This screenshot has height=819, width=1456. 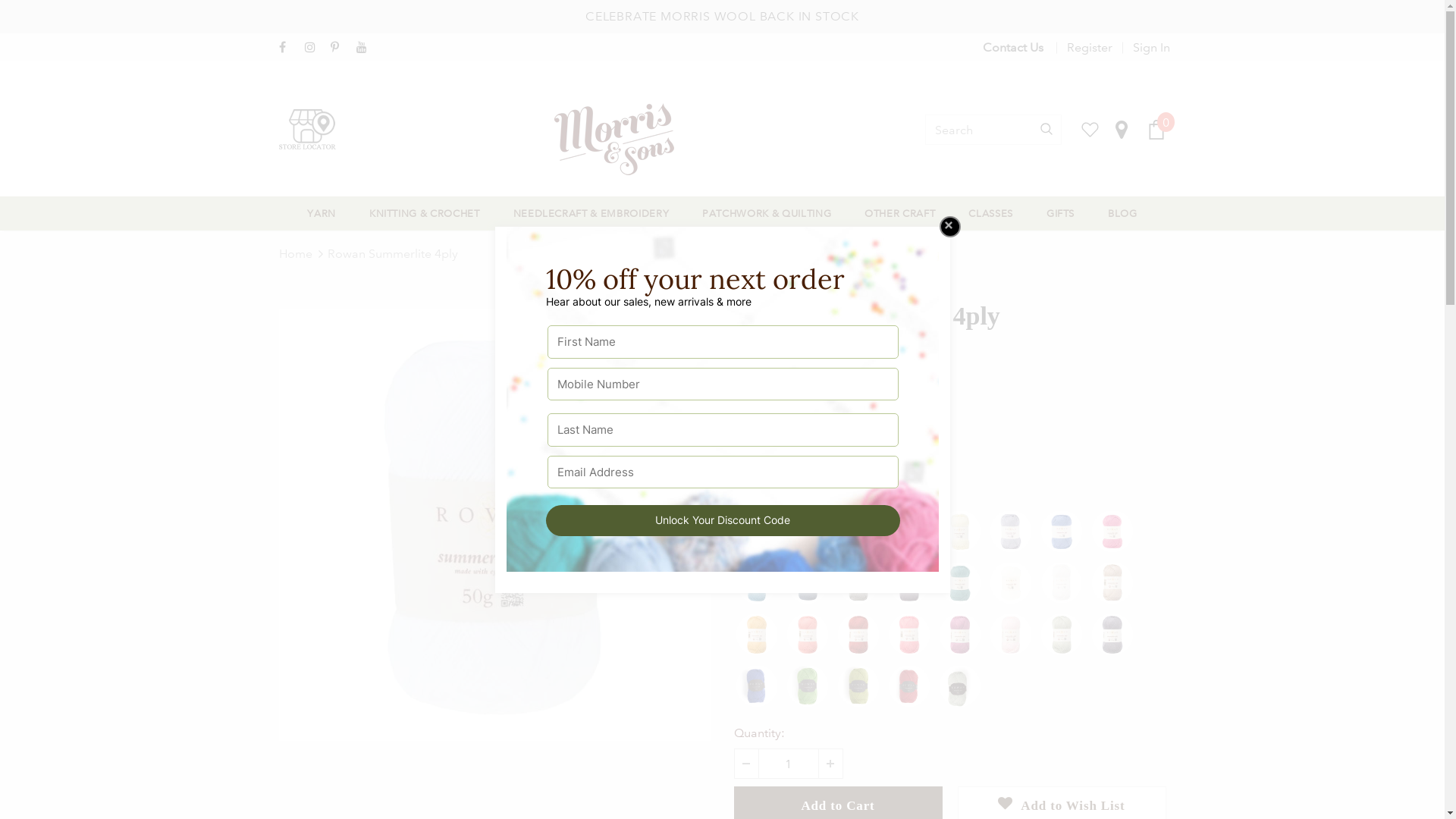 I want to click on 'CLASSES', so click(x=990, y=213).